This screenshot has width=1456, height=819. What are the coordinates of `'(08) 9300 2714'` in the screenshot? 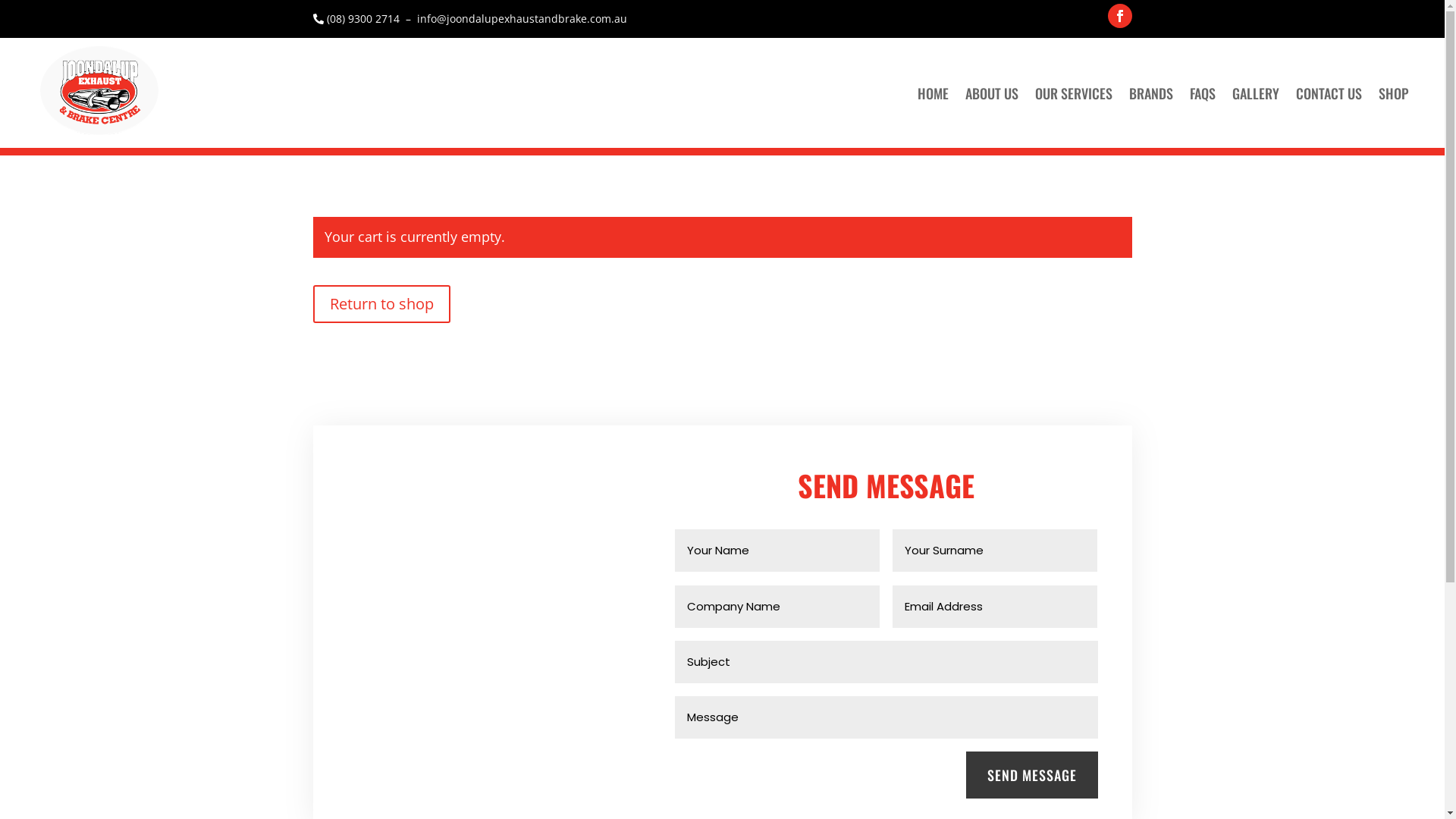 It's located at (326, 18).